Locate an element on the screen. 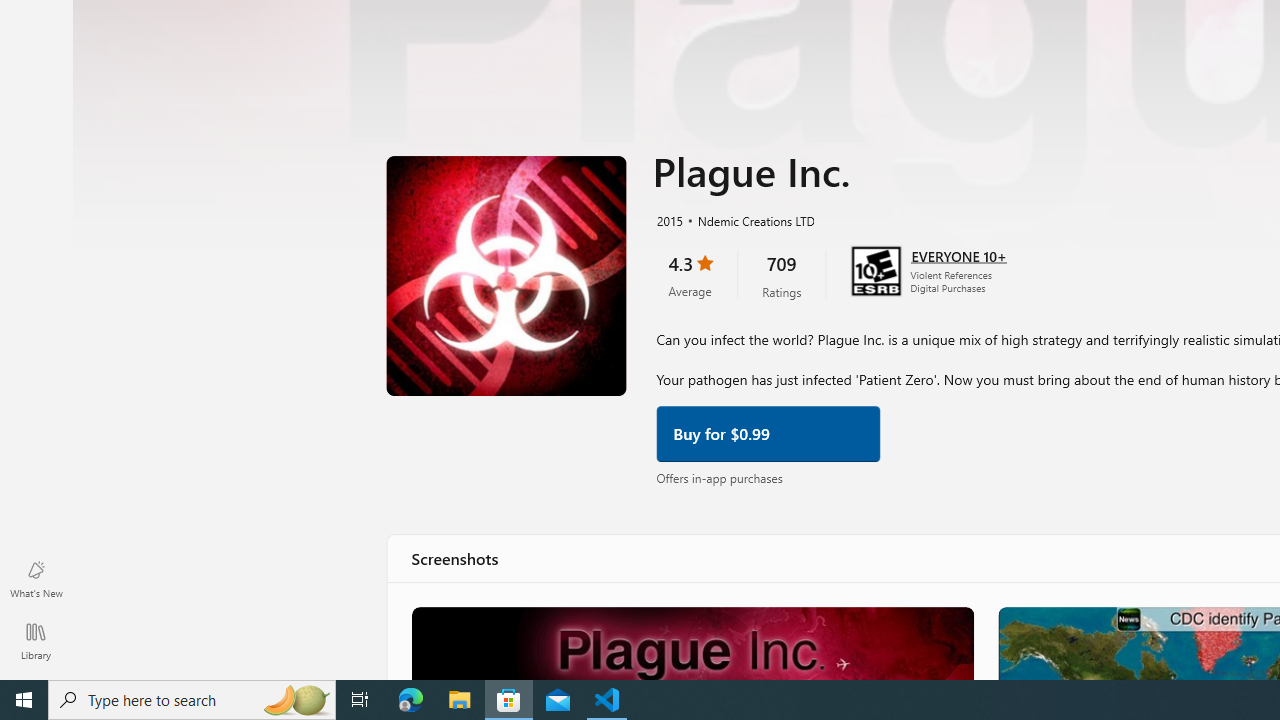 This screenshot has height=720, width=1280. 'Buy' is located at coordinates (767, 431).